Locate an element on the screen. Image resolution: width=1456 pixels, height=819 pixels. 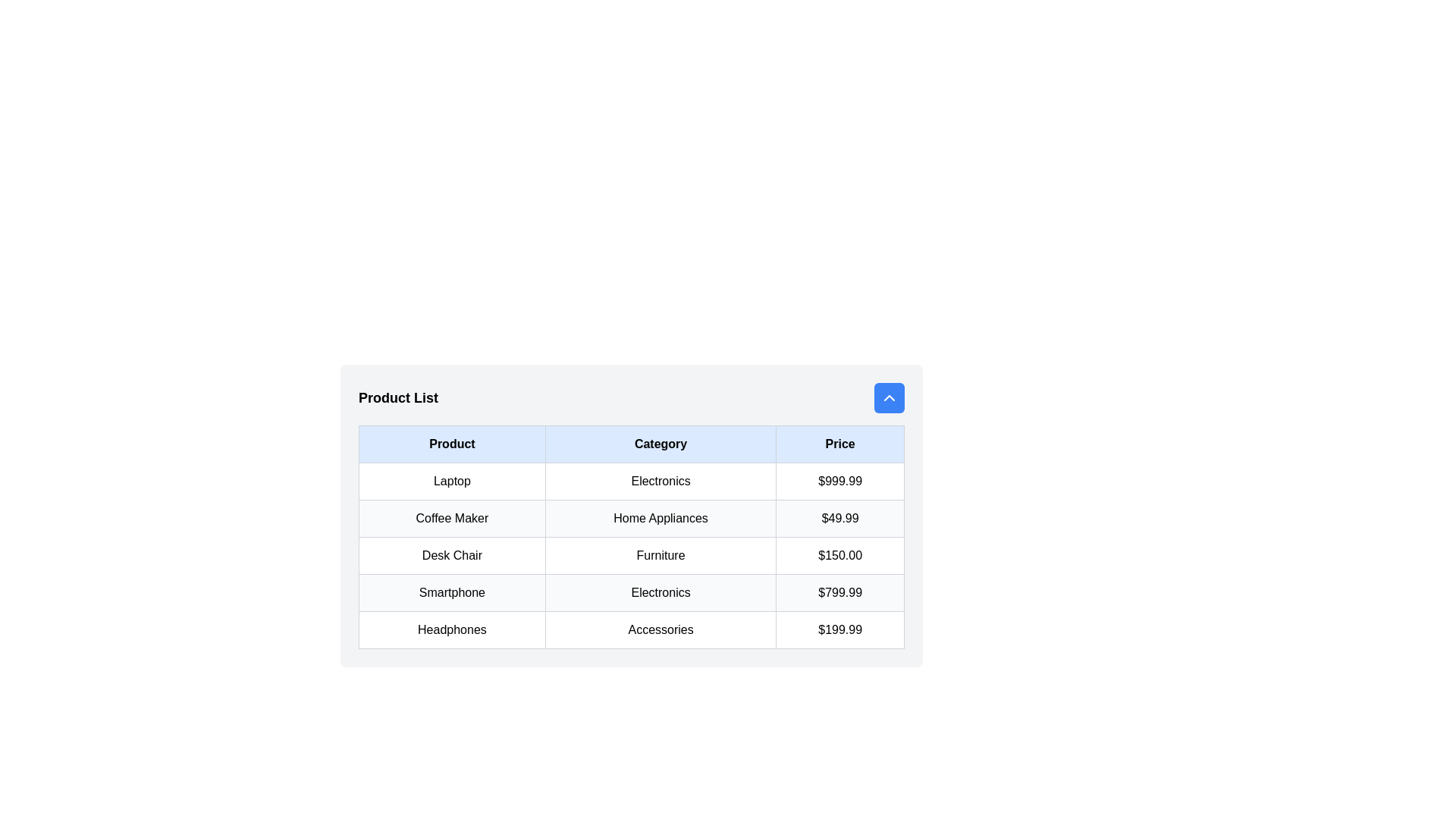
the non-interactive table cell that provides the category information for the 'Smartphone' product, located between the 'Product' and 'Price' columns is located at coordinates (661, 592).